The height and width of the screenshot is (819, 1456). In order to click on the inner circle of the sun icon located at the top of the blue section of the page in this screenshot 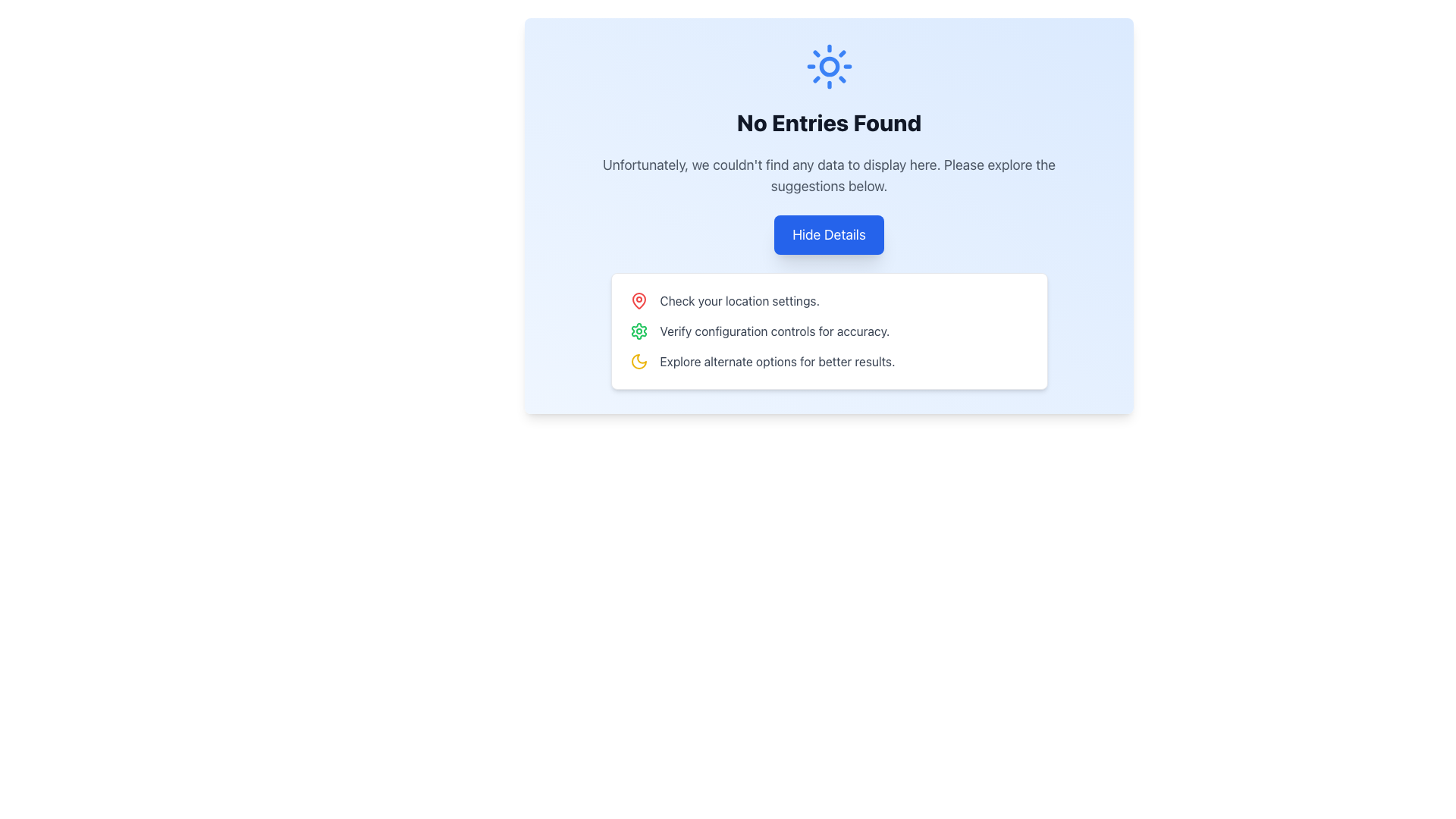, I will do `click(828, 66)`.